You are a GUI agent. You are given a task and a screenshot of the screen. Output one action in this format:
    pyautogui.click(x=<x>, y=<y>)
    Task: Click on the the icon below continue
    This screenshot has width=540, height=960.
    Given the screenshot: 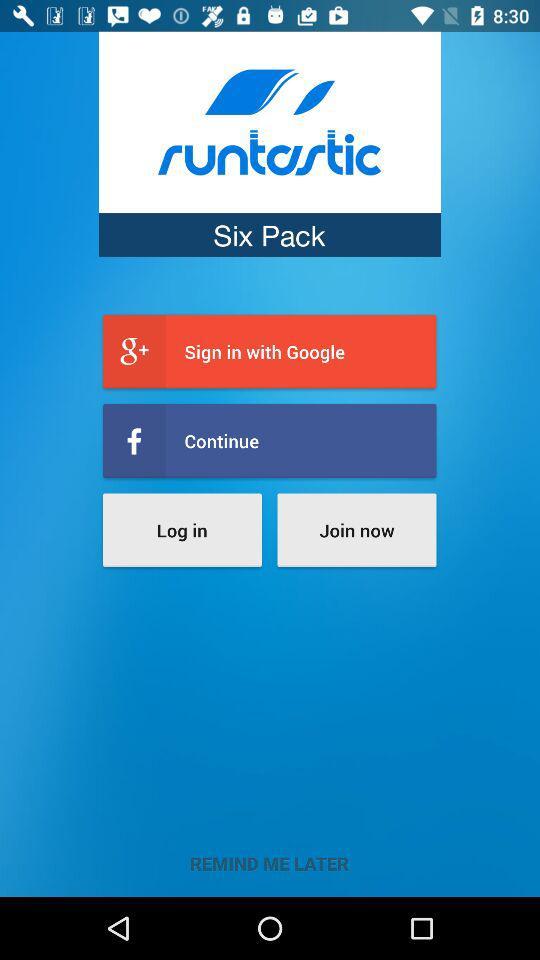 What is the action you would take?
    pyautogui.click(x=355, y=529)
    